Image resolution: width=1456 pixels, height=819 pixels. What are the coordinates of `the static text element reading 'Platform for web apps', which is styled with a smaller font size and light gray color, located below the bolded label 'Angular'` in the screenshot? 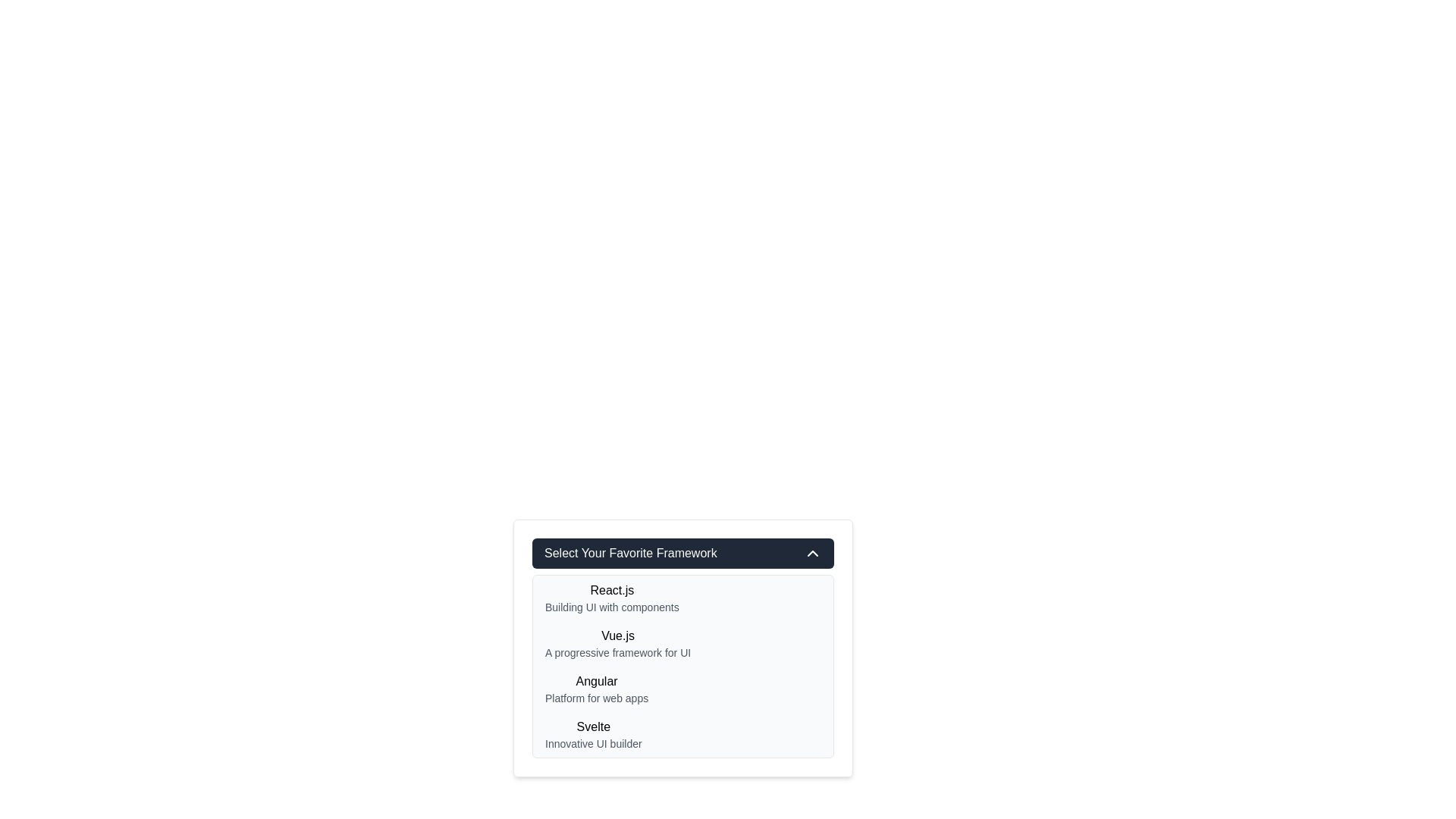 It's located at (596, 698).